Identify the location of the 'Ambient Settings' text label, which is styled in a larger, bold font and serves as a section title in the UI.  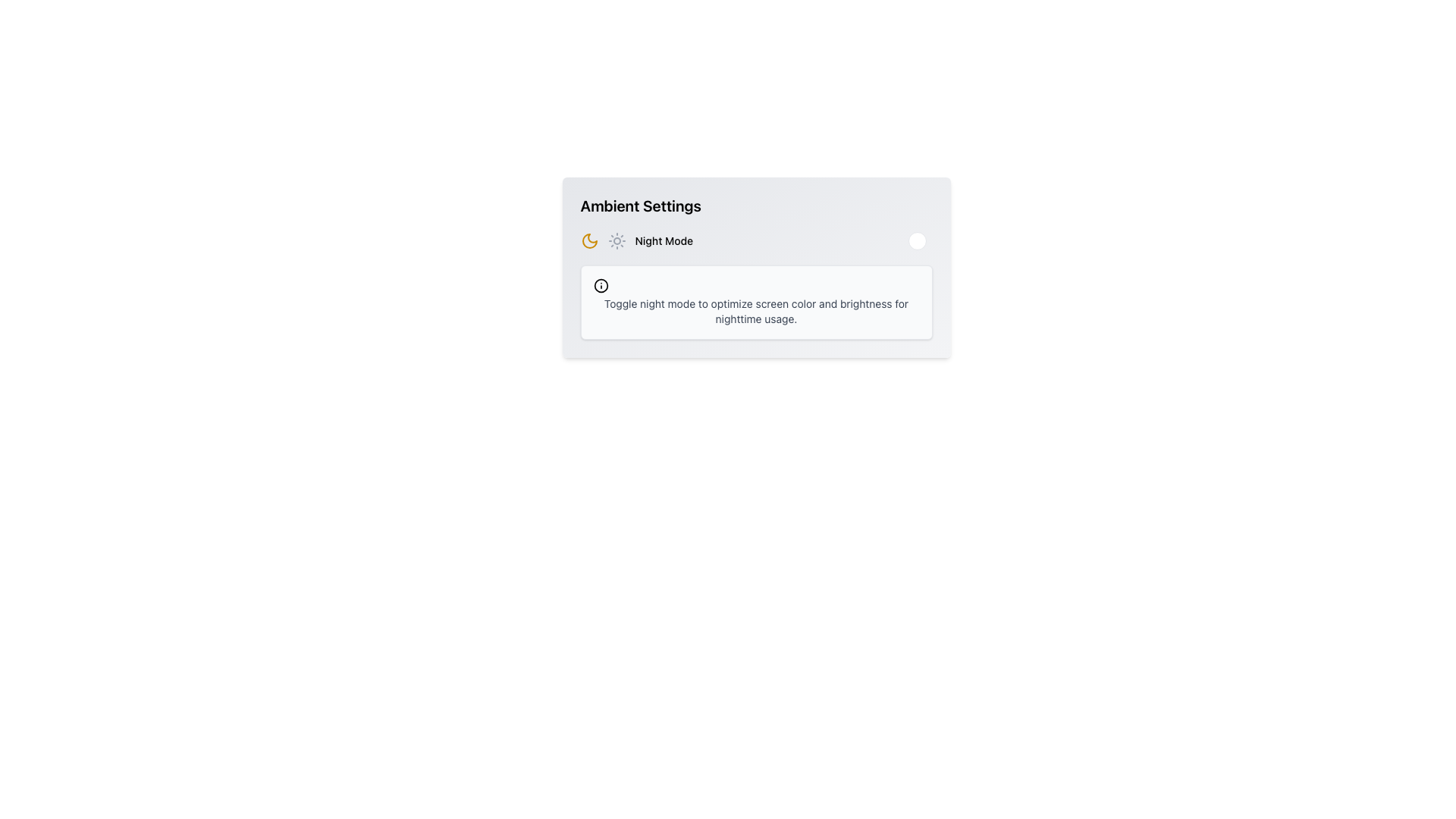
(641, 206).